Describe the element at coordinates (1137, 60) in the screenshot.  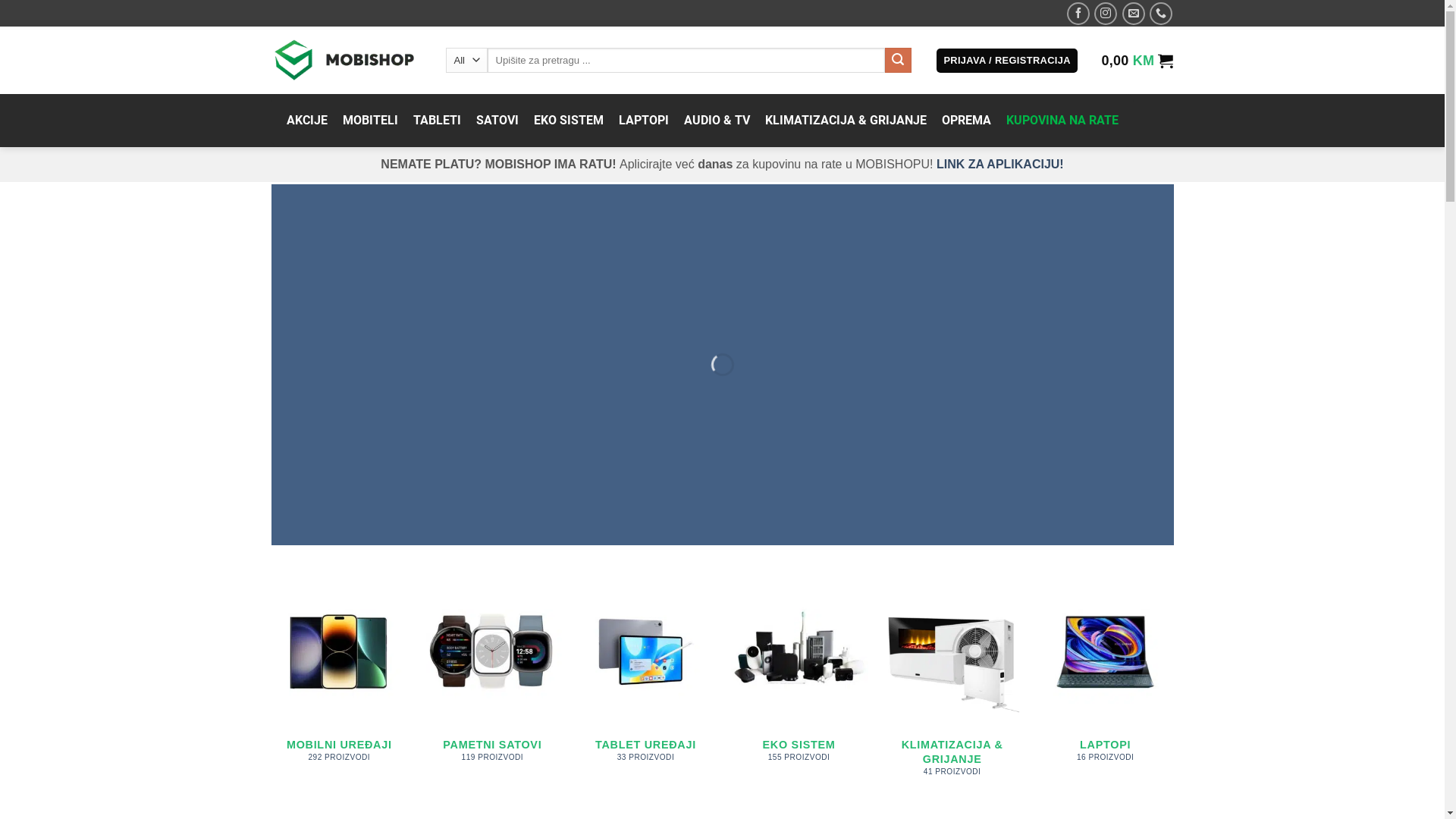
I see `'0,00 KM'` at that location.